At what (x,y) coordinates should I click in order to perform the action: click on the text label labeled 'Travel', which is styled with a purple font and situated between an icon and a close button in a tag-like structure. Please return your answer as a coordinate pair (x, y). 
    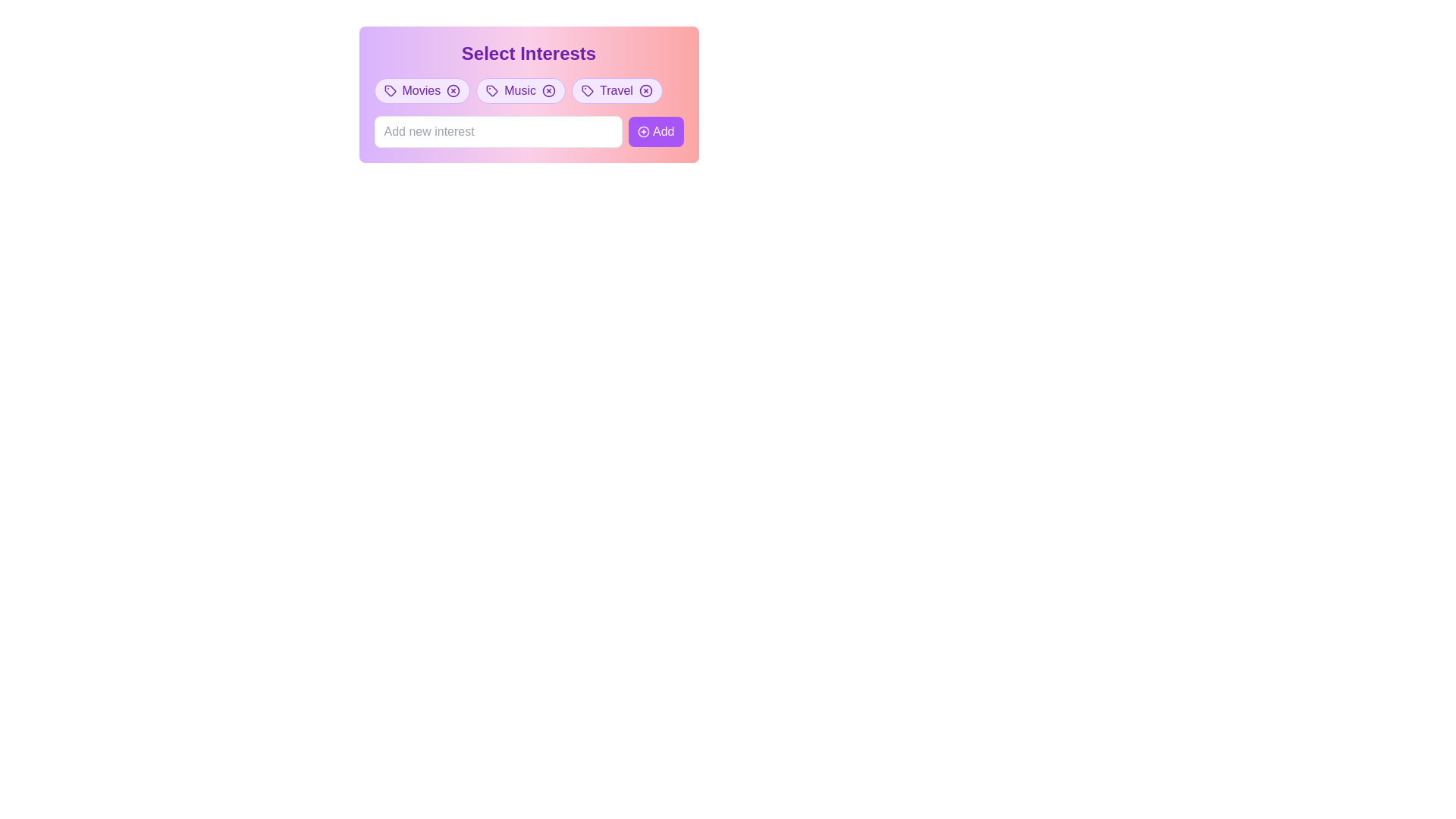
    Looking at the image, I should click on (616, 90).